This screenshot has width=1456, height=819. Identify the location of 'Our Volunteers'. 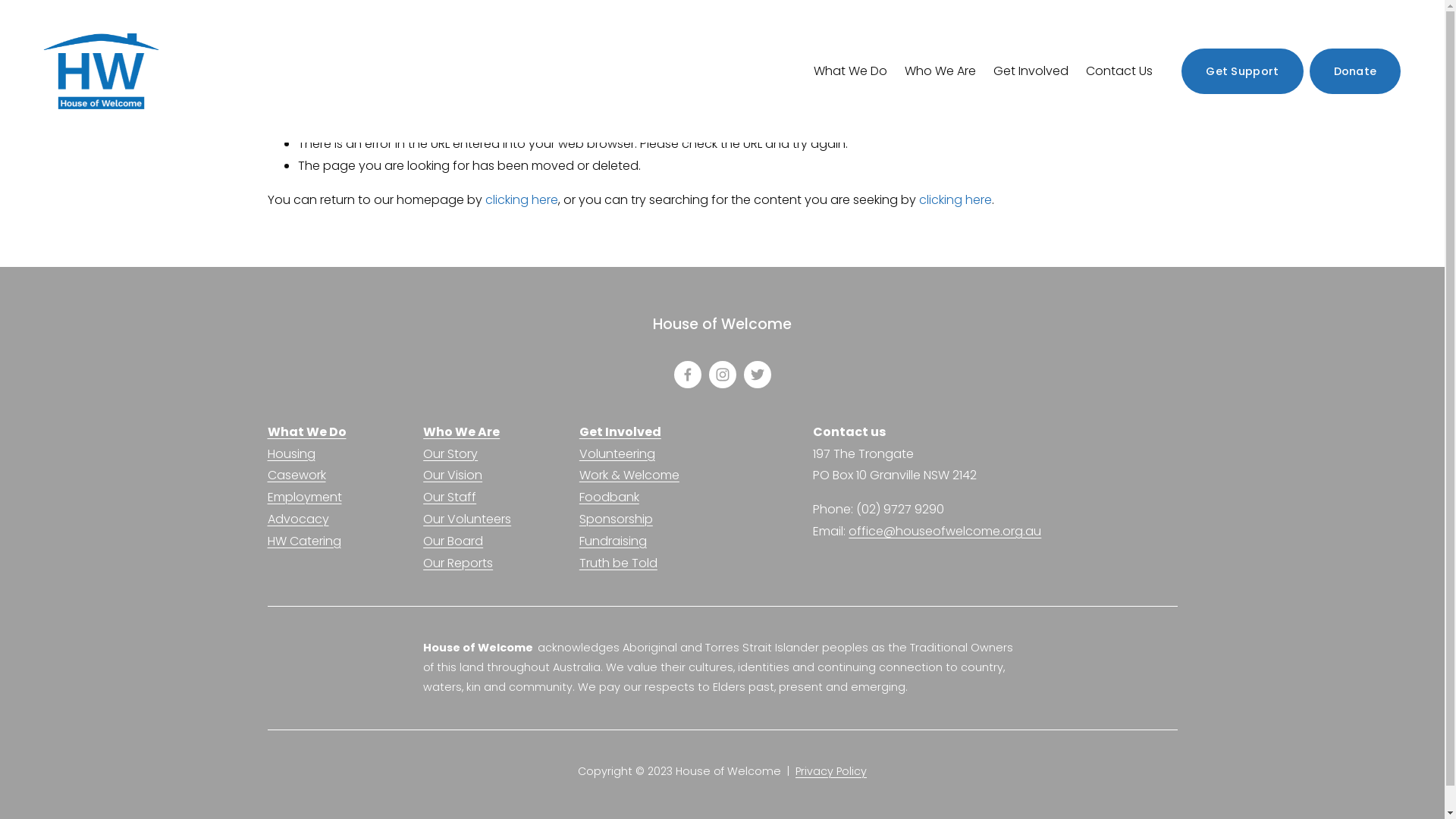
(466, 519).